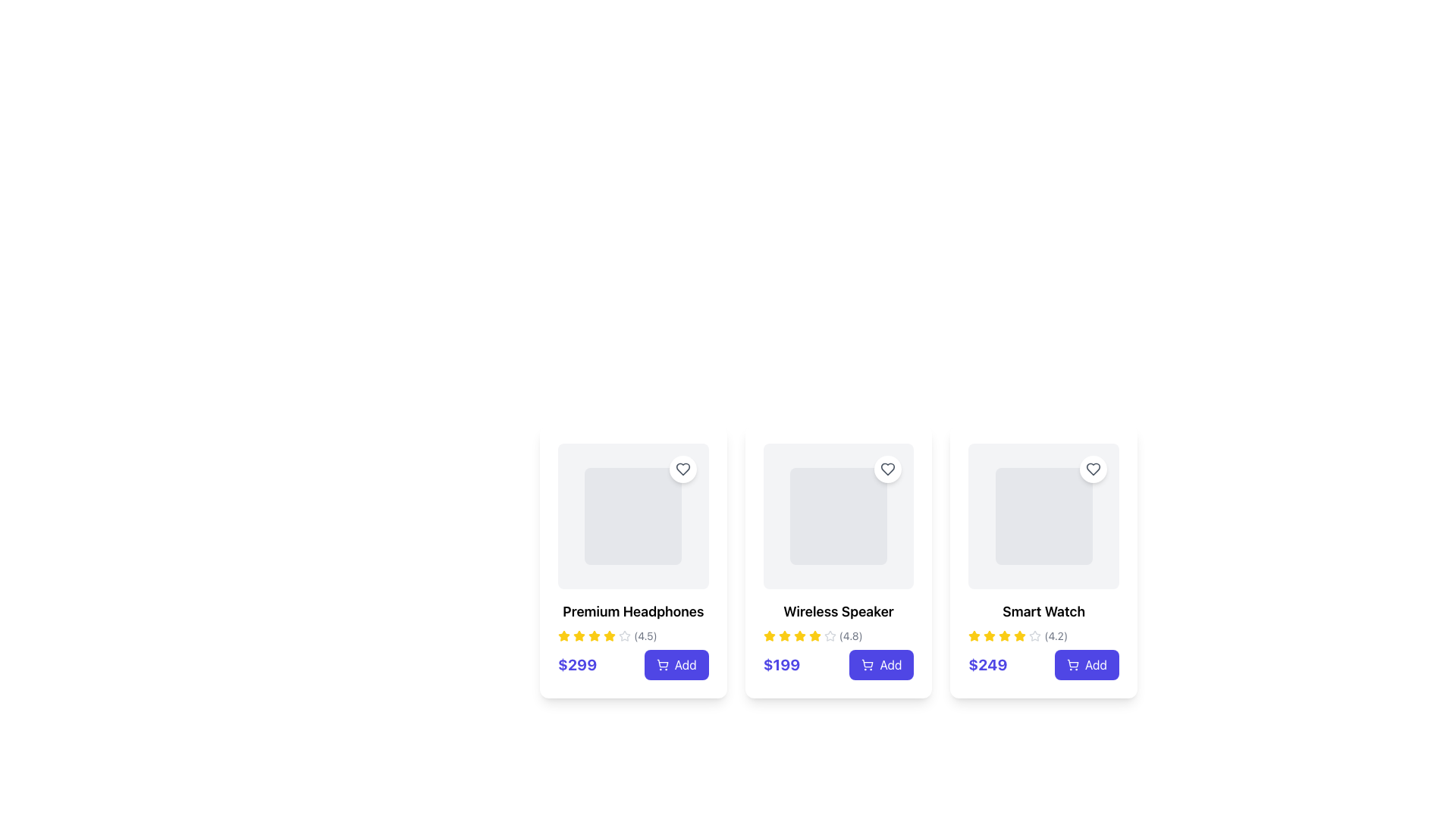  I want to click on the third yellow rating star under the 'Smart Watch' product to interact with the rating, so click(1020, 635).